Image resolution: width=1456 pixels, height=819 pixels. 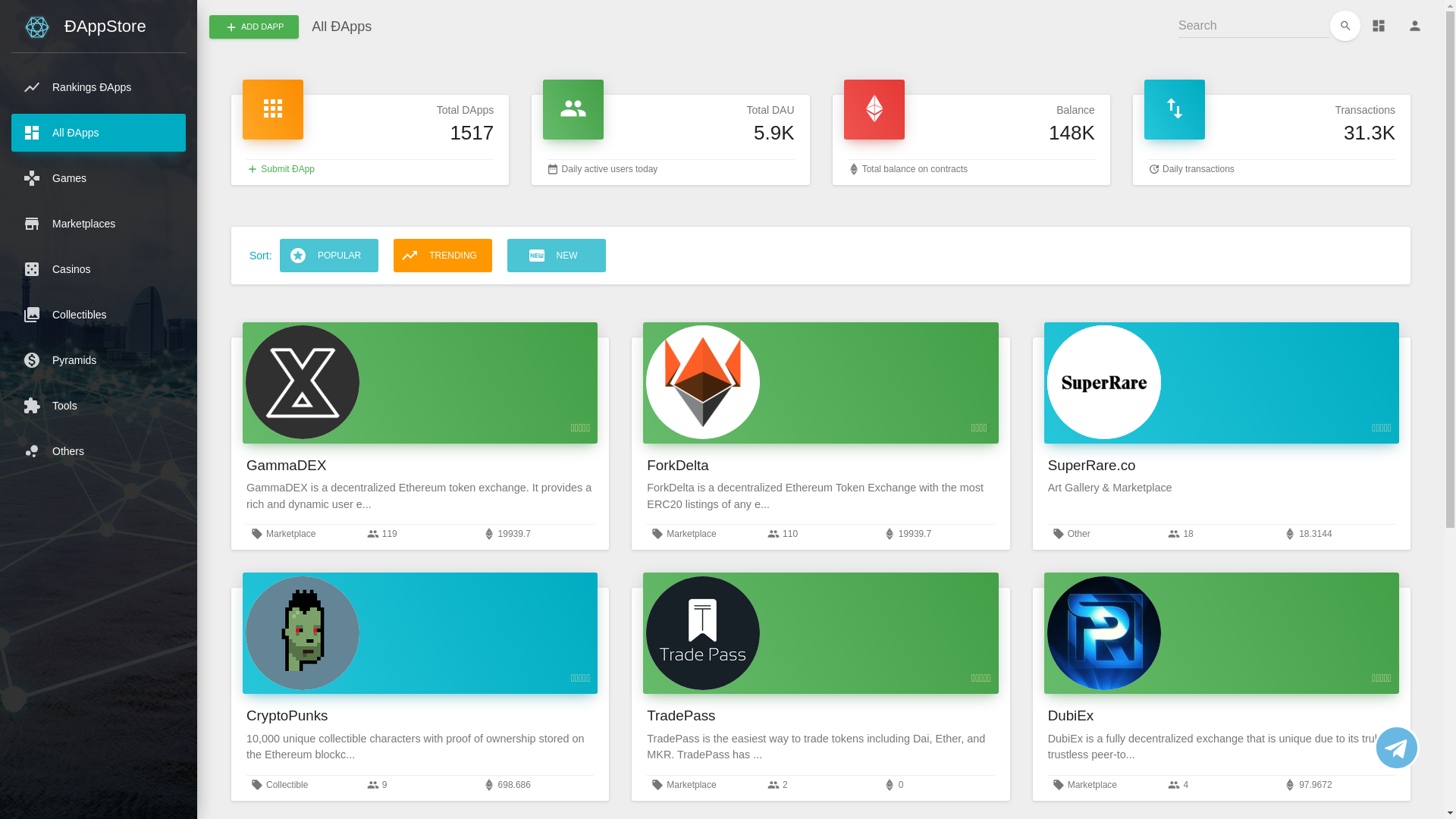 I want to click on 'POPULAR', so click(x=328, y=254).